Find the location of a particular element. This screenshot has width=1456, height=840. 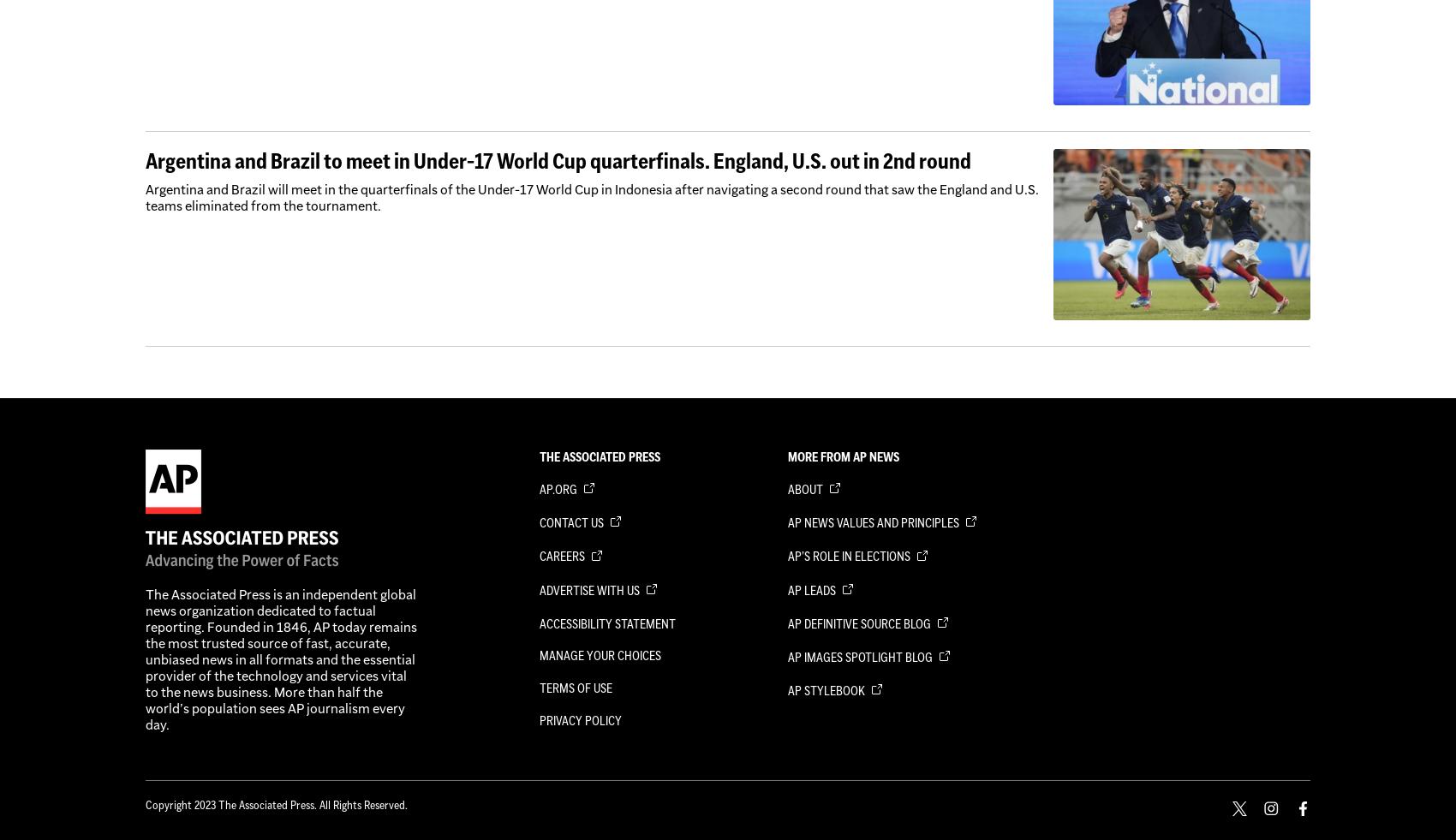

'AP Definitive Source Blog' is located at coordinates (860, 623).